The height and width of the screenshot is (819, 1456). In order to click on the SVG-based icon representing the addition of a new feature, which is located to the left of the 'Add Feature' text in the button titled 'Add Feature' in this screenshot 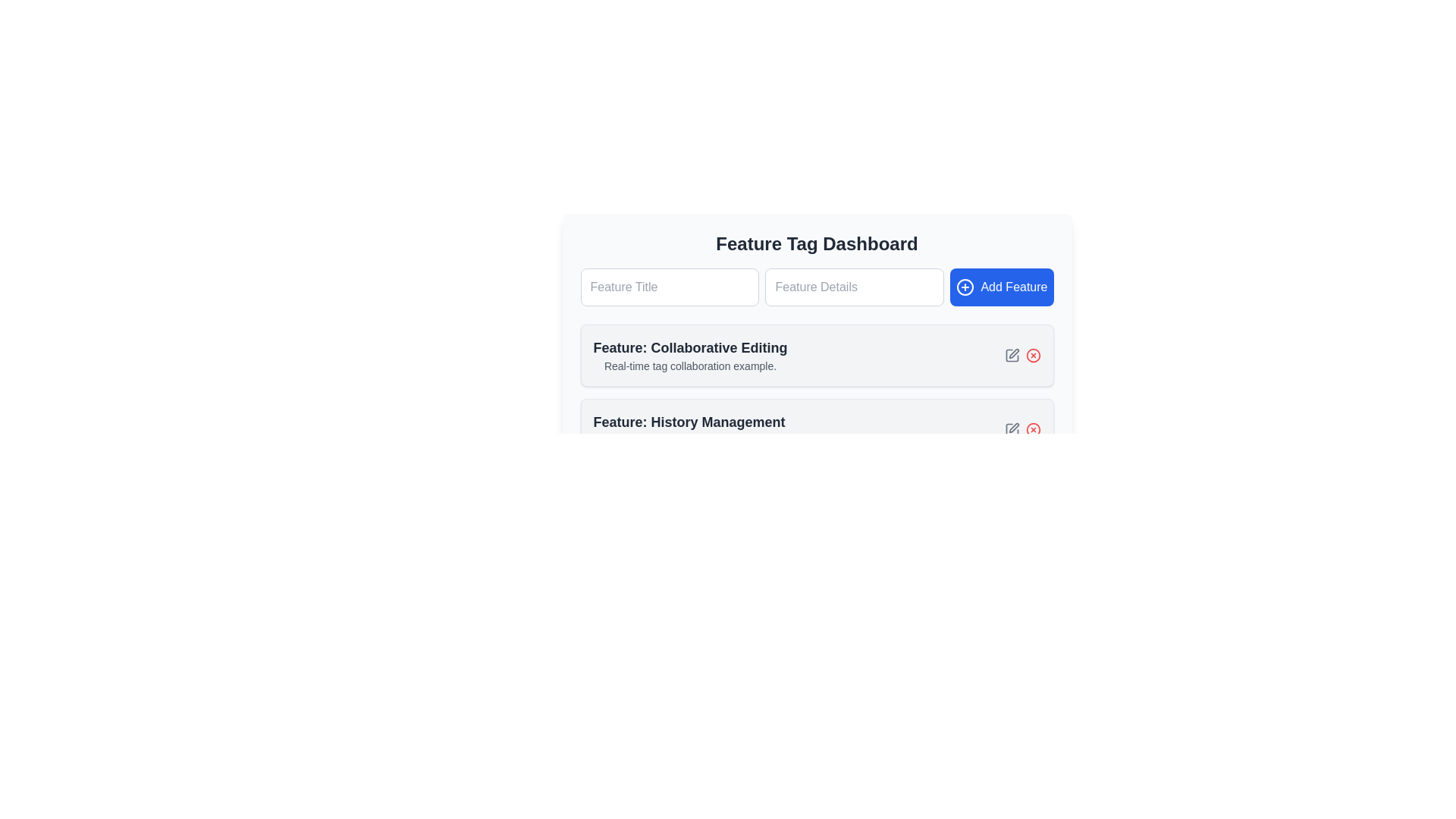, I will do `click(965, 287)`.